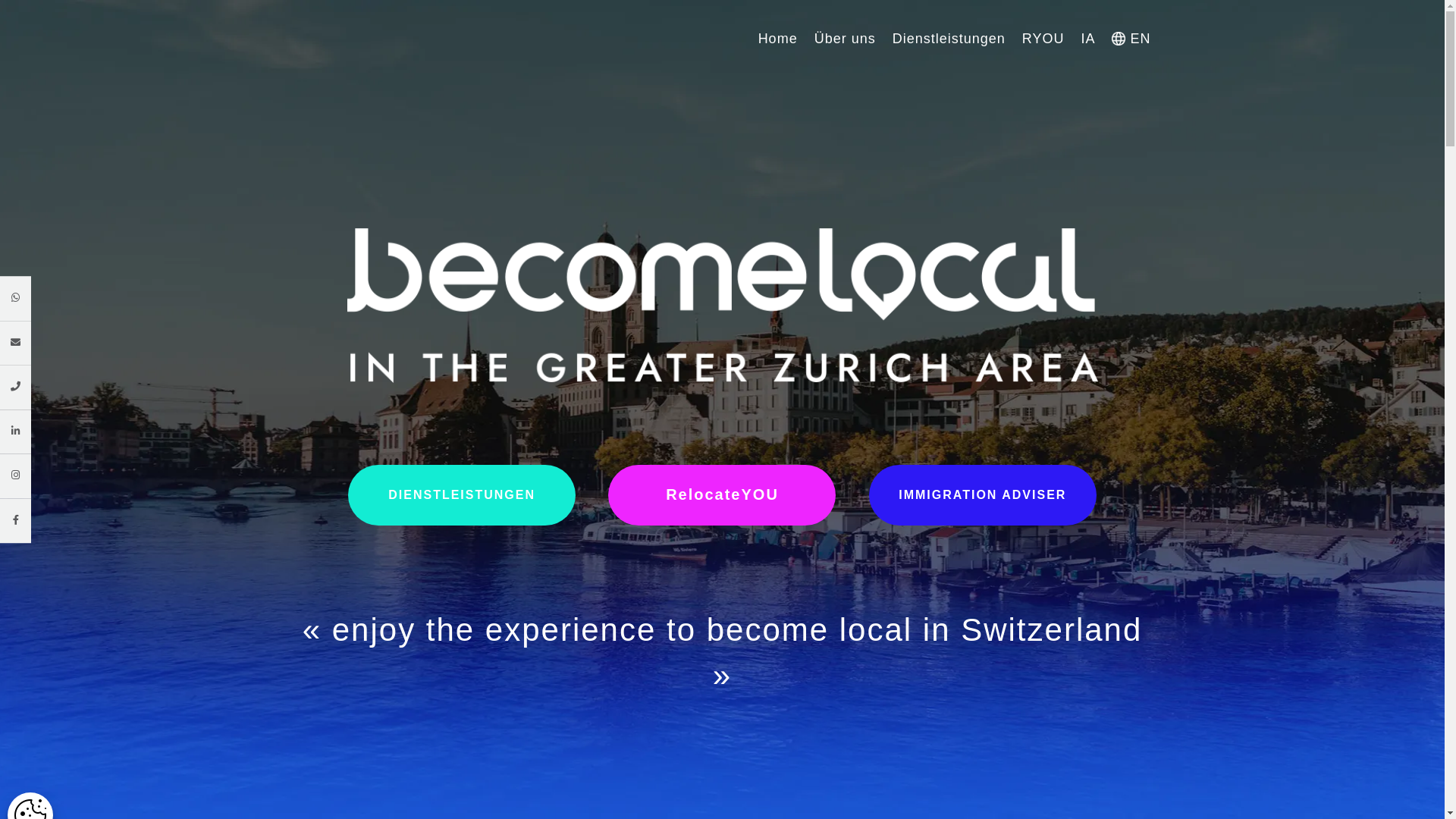 The height and width of the screenshot is (819, 1456). What do you see at coordinates (461, 494) in the screenshot?
I see `'DIENSTLEISTUNGEN'` at bounding box center [461, 494].